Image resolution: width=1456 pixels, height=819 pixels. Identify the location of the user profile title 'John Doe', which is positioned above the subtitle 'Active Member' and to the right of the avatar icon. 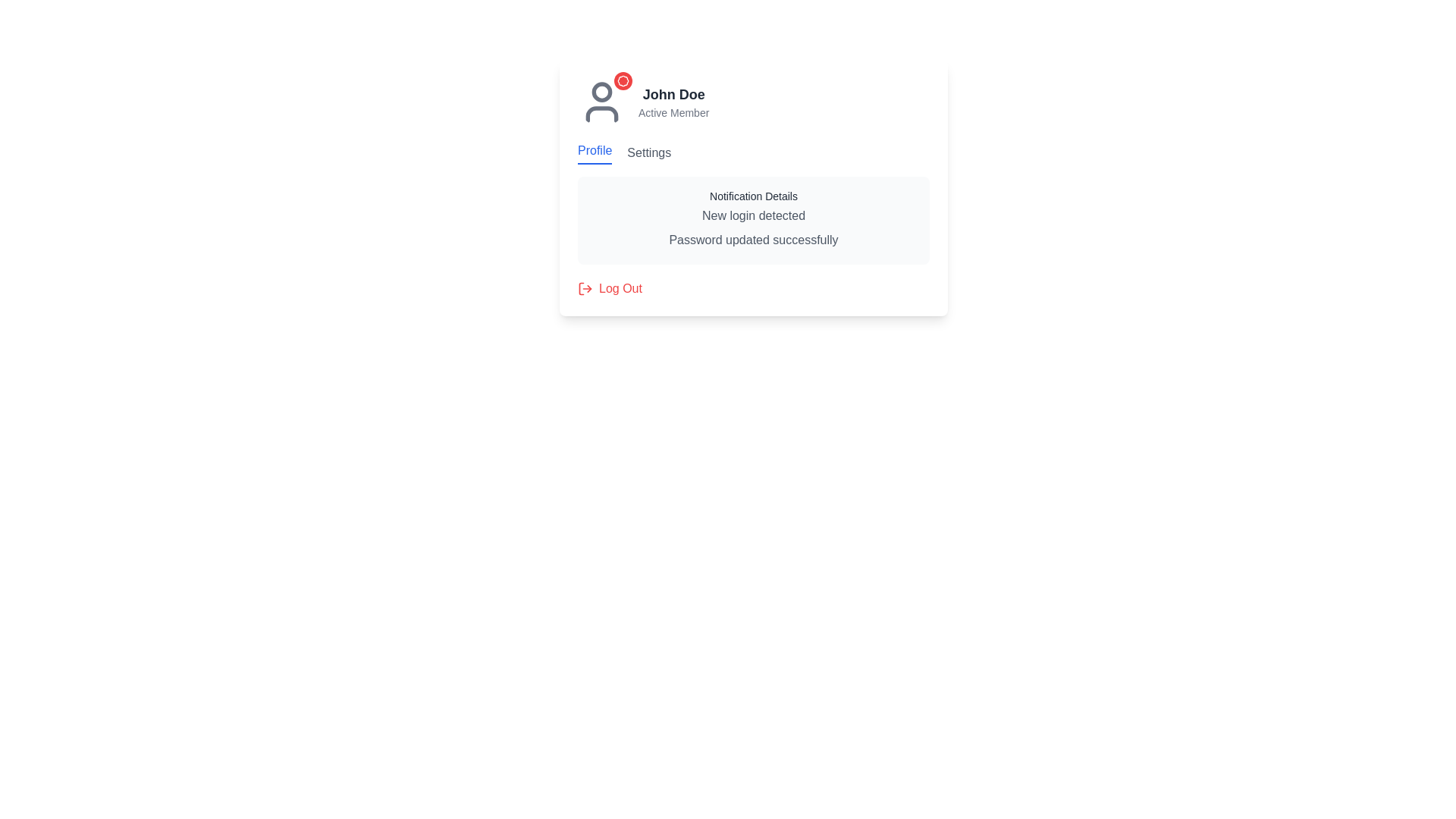
(673, 94).